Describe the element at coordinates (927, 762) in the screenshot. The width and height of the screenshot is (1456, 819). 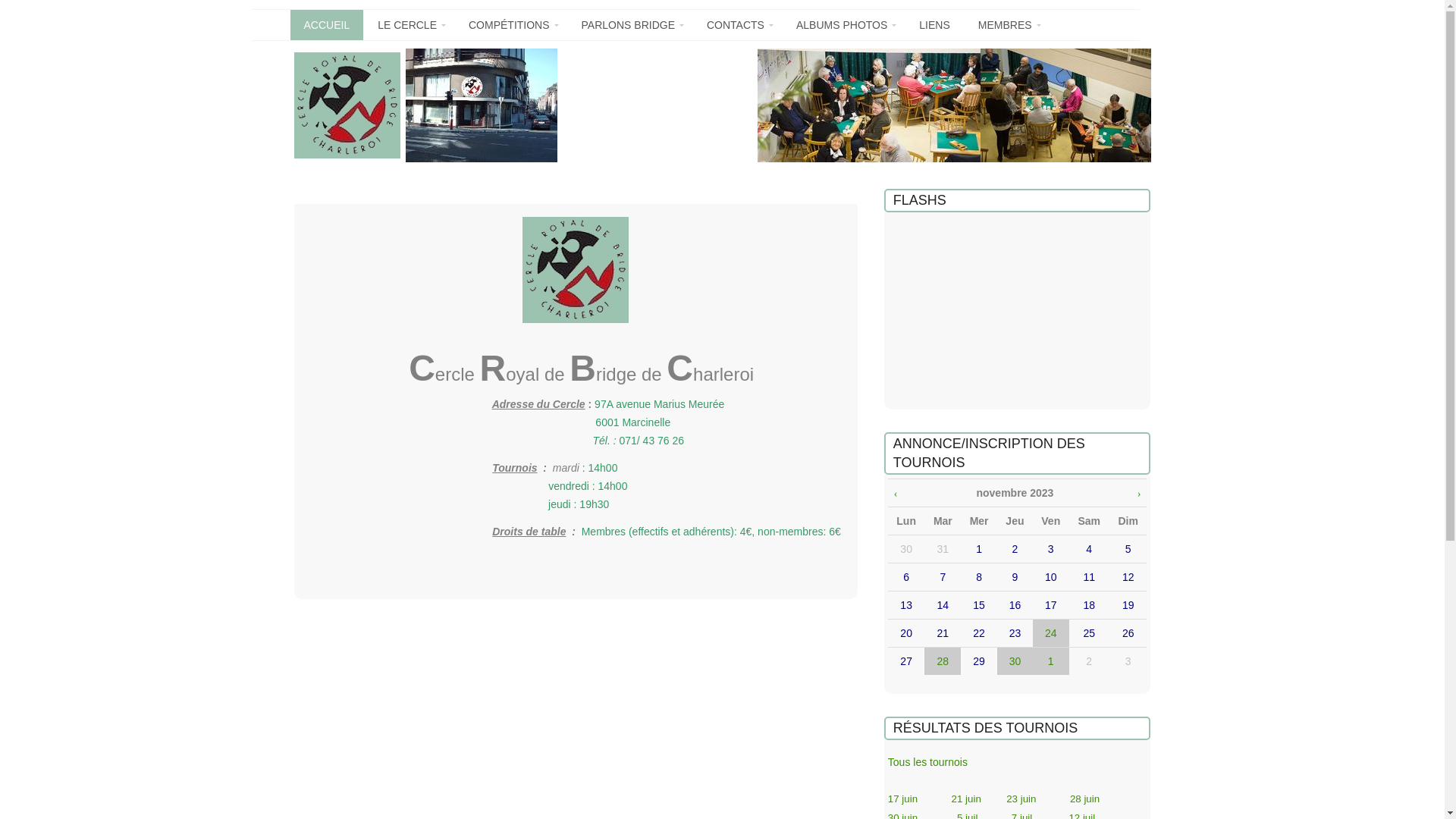
I see `'Tous les tournois'` at that location.